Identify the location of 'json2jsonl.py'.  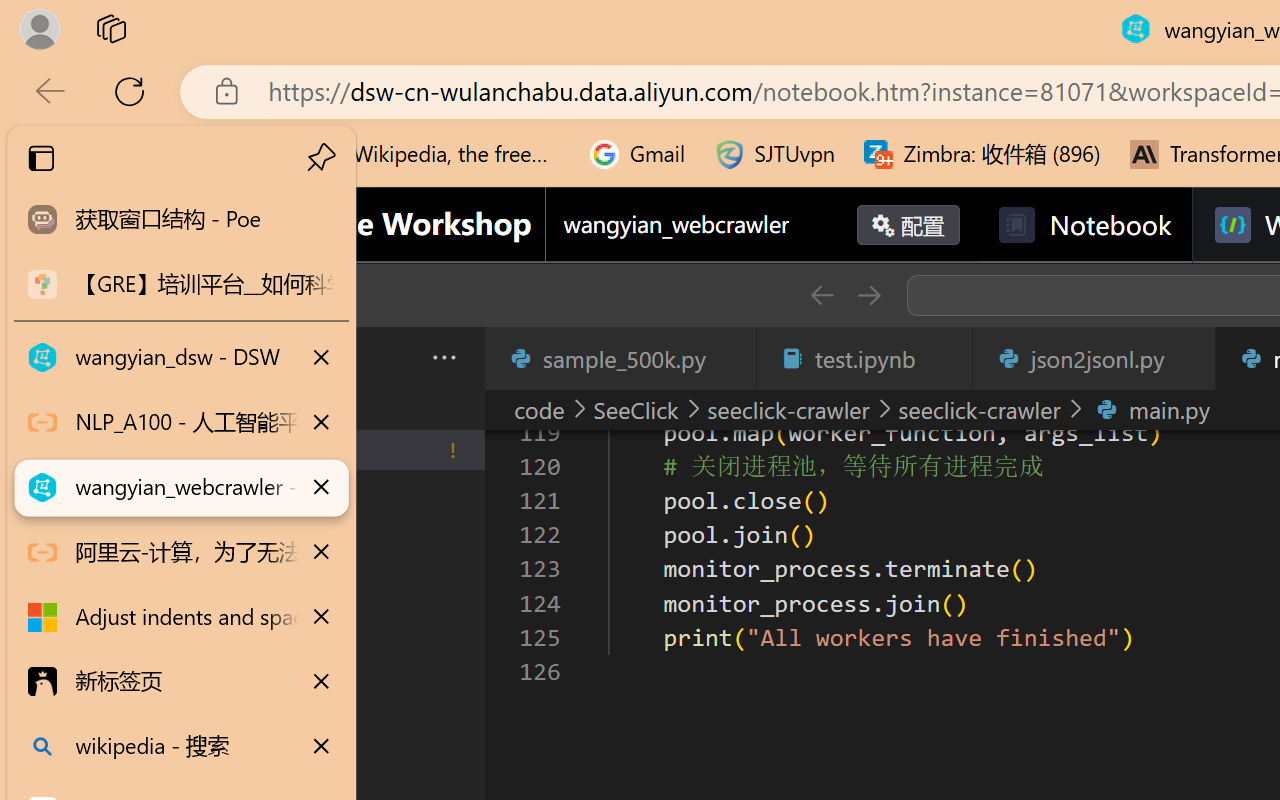
(1092, 358).